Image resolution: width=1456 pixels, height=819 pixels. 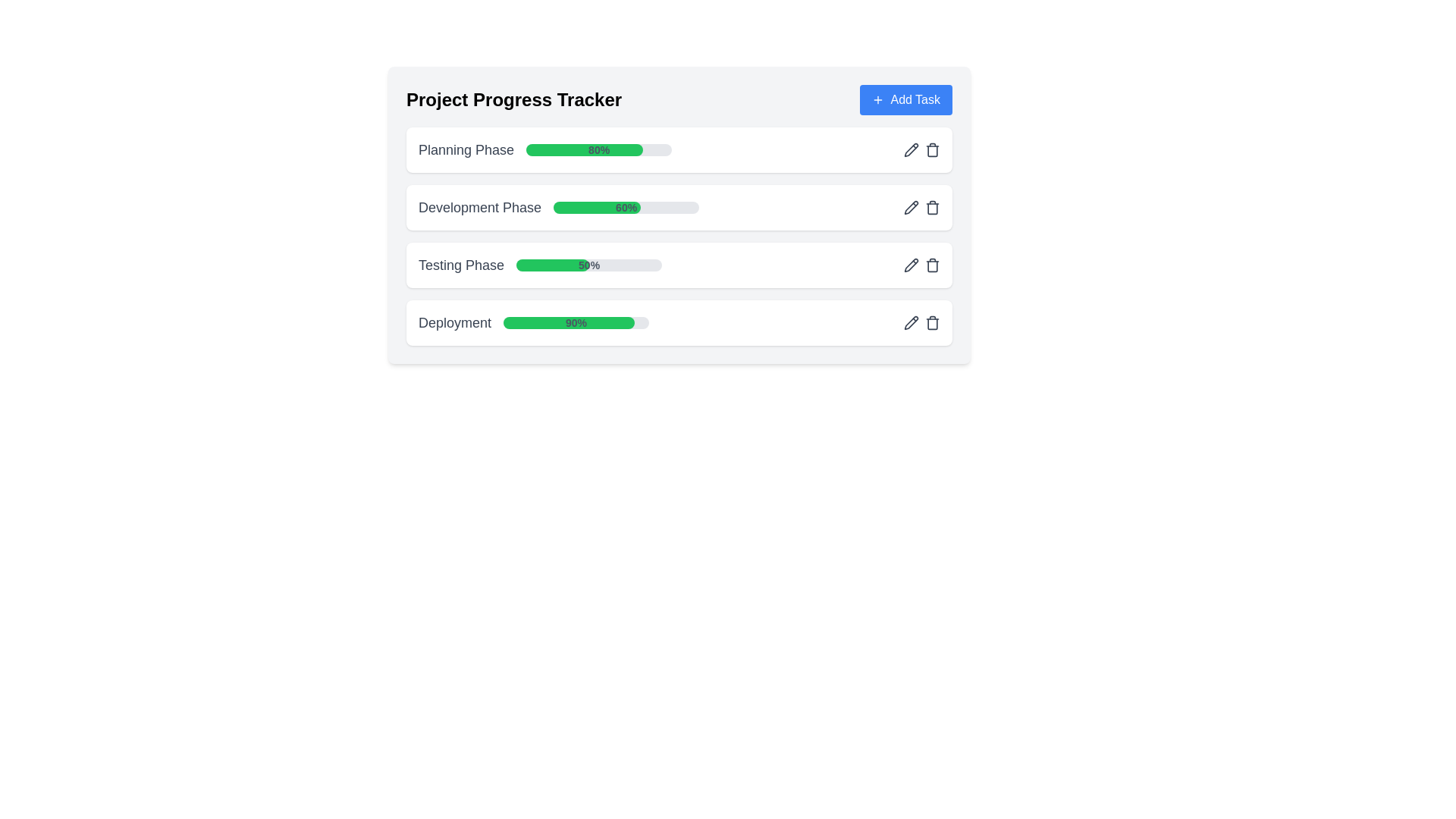 What do you see at coordinates (626, 207) in the screenshot?
I see `the progress bar indicating 60% completion` at bounding box center [626, 207].